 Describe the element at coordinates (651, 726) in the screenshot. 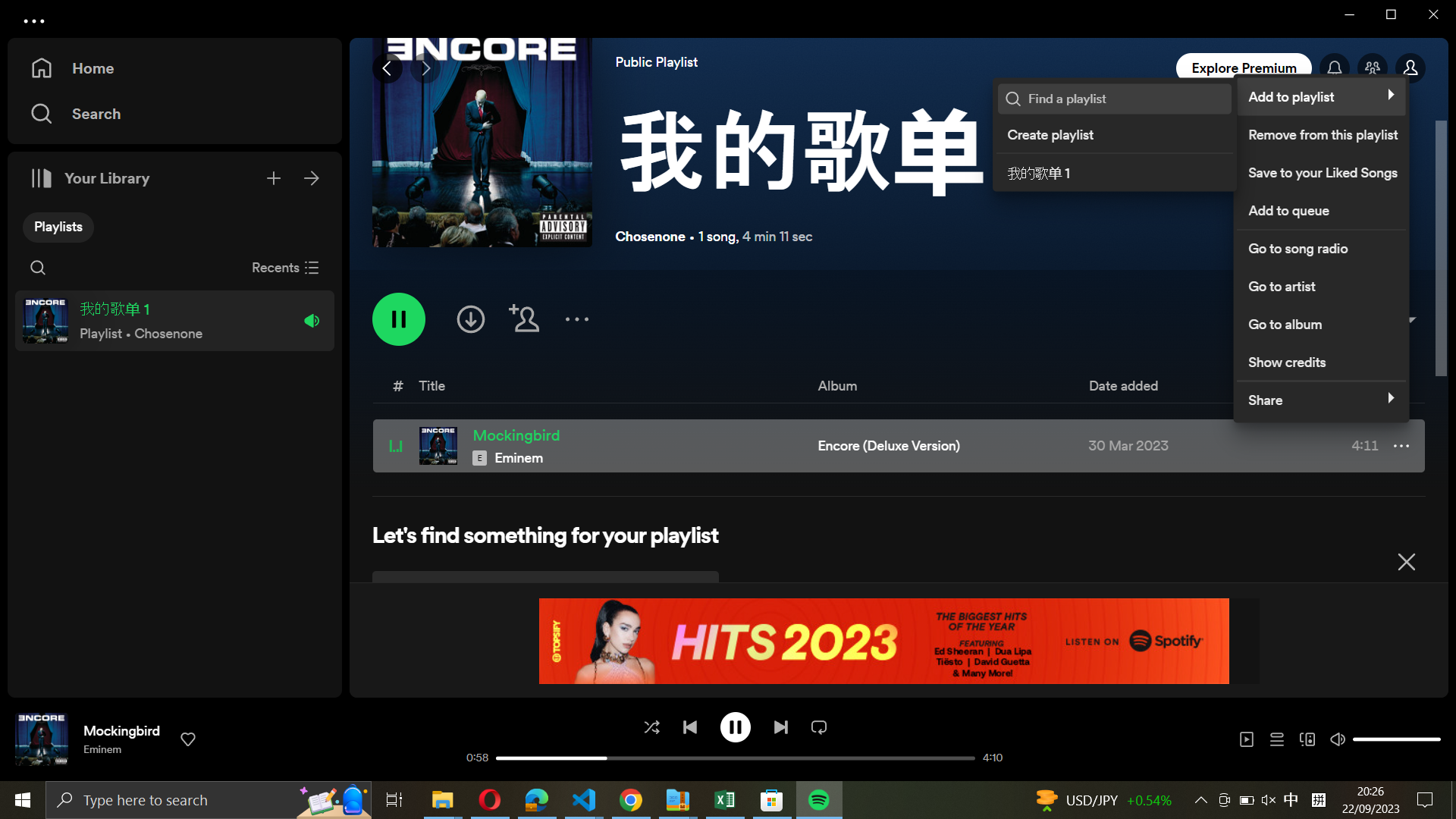

I see `Engage shuffle feature for music list` at that location.